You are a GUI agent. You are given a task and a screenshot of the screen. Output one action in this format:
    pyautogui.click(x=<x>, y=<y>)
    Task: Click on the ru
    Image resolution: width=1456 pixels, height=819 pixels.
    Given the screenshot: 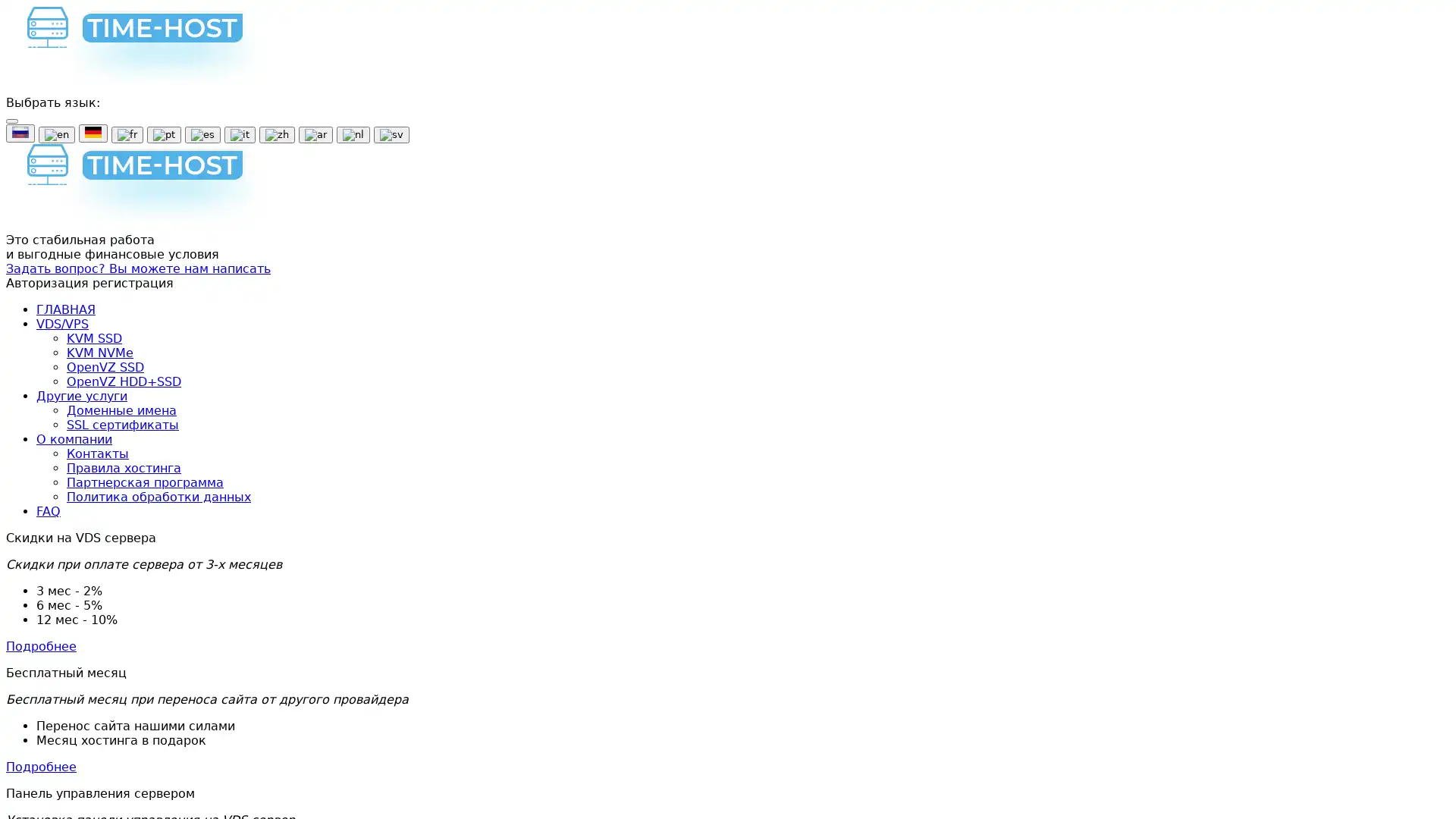 What is the action you would take?
    pyautogui.click(x=20, y=133)
    